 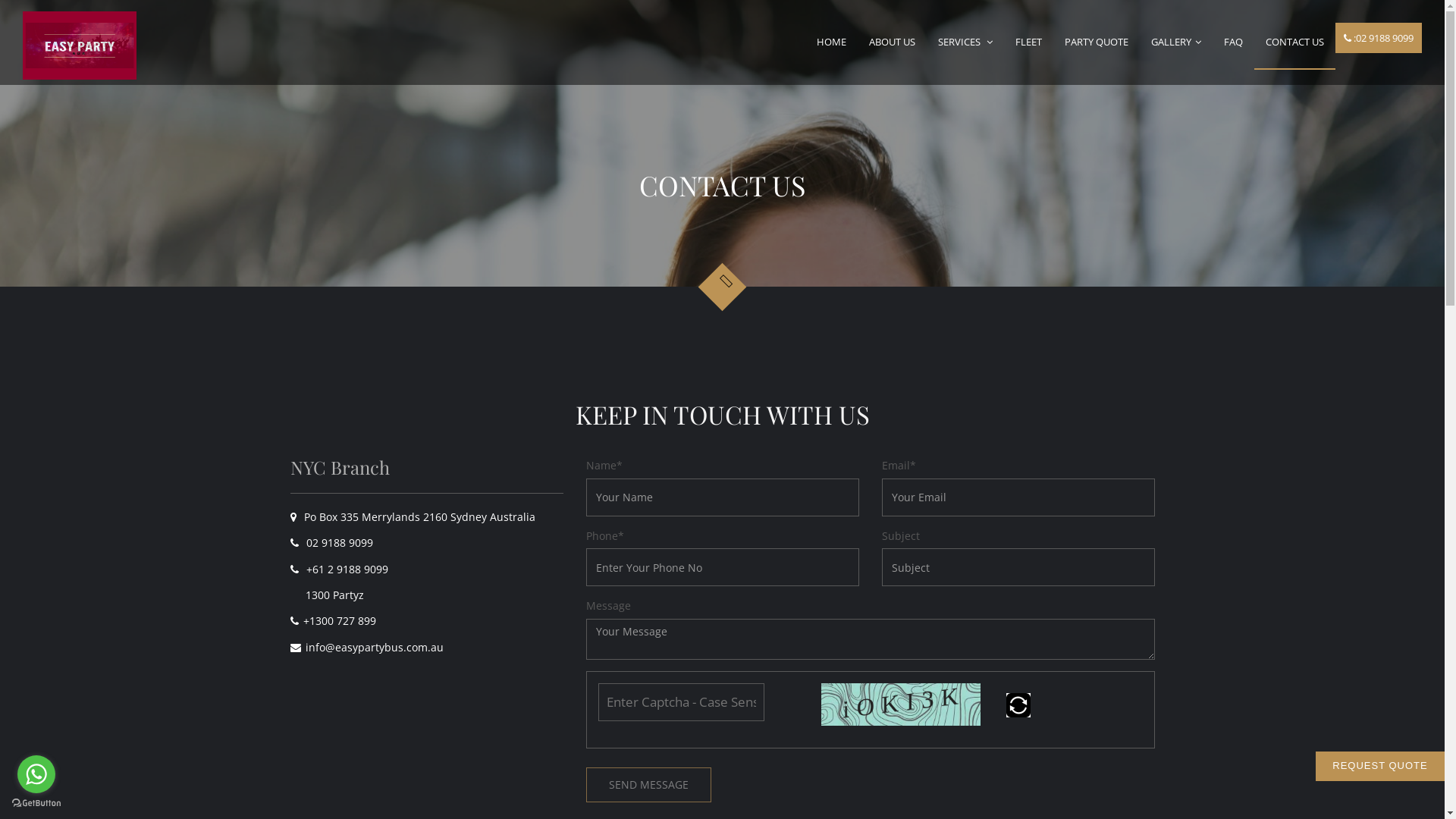 I want to click on '+61 2 9188 9099', so click(x=348, y=569).